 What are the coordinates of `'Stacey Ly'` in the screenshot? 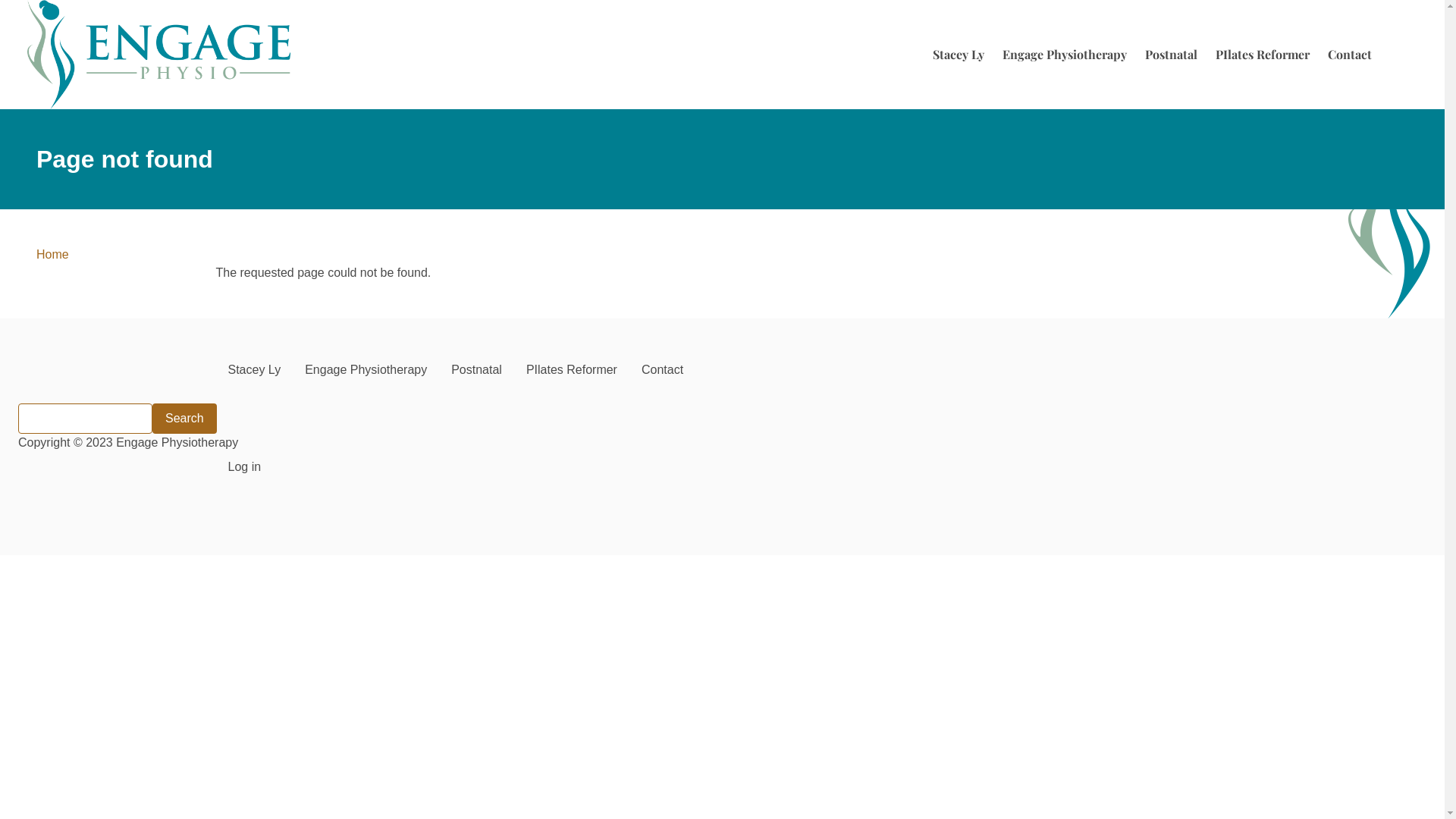 It's located at (214, 370).